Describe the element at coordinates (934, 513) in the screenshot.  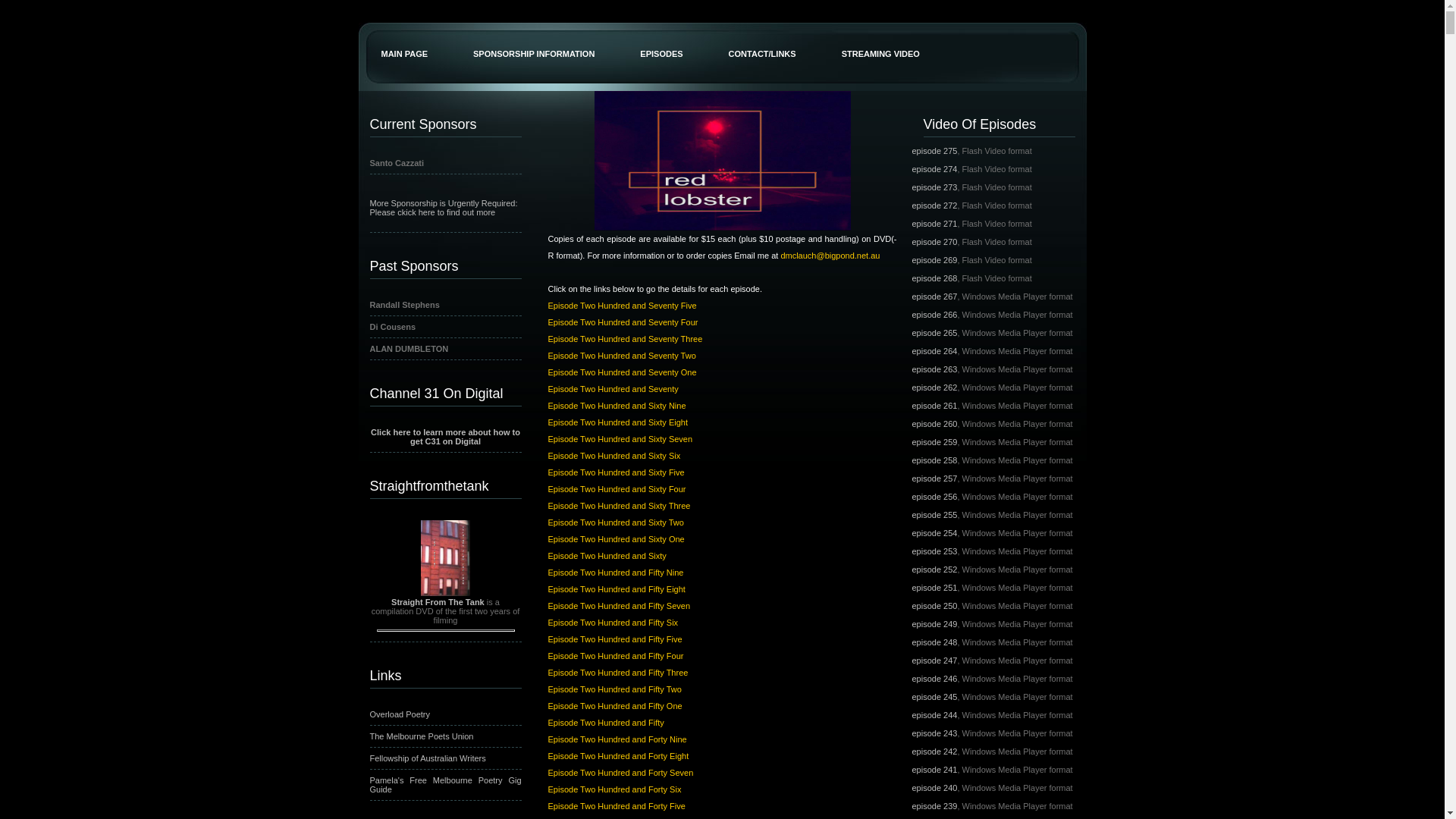
I see `'episode 255'` at that location.